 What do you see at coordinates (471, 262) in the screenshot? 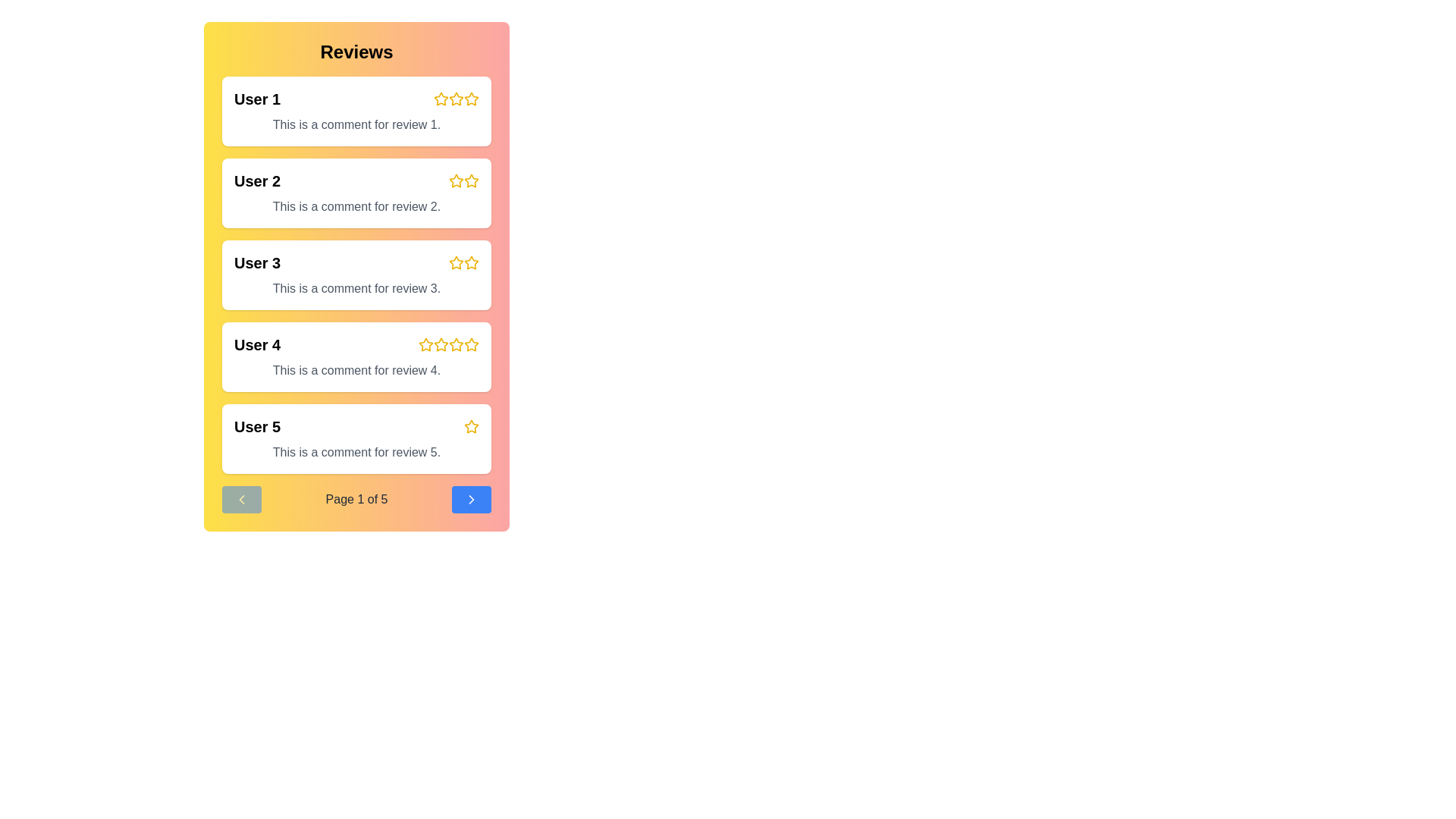
I see `the second star in the rating row for the third review titled 'User 3' to change its state` at bounding box center [471, 262].